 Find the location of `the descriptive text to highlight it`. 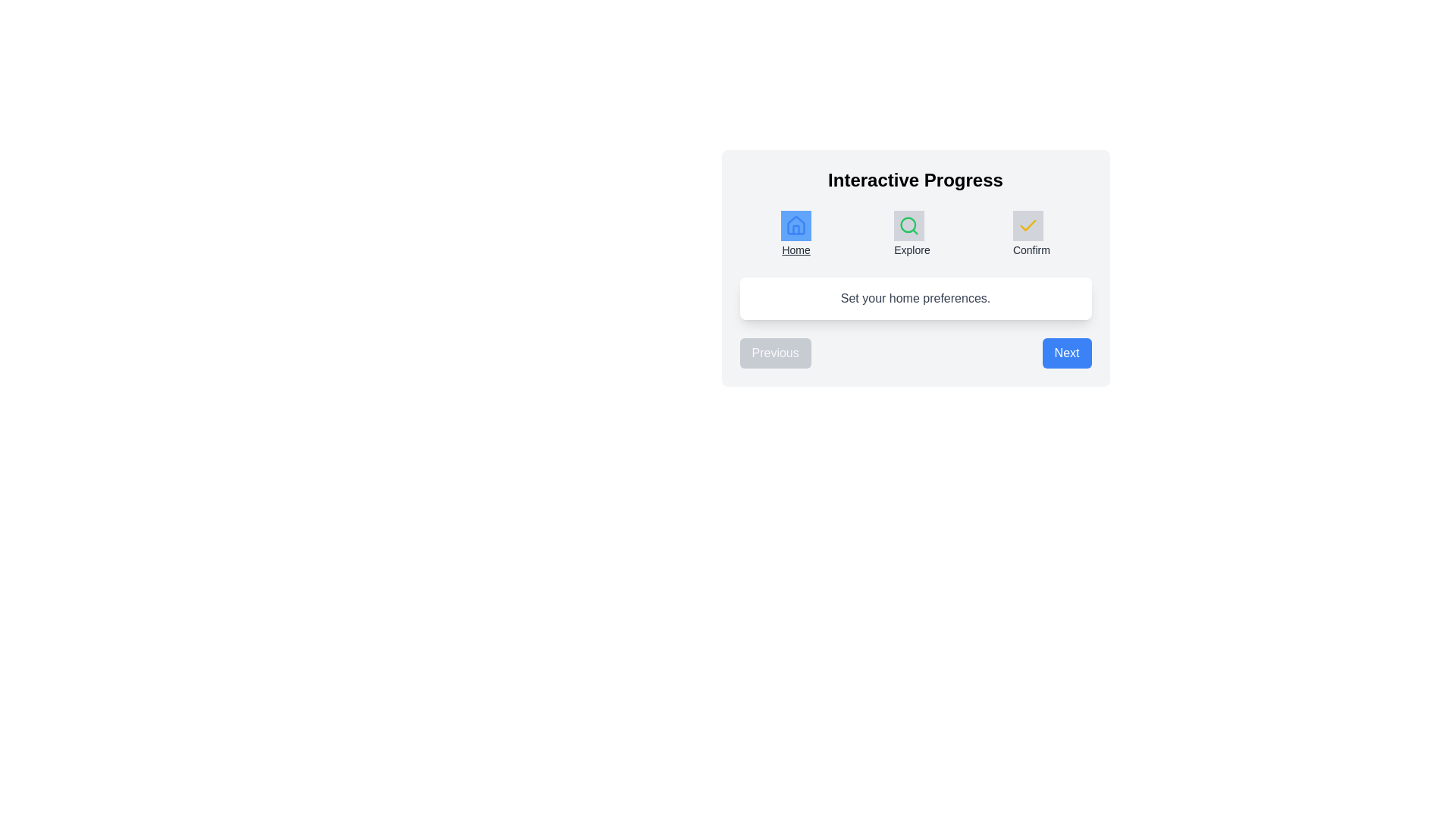

the descriptive text to highlight it is located at coordinates (915, 298).